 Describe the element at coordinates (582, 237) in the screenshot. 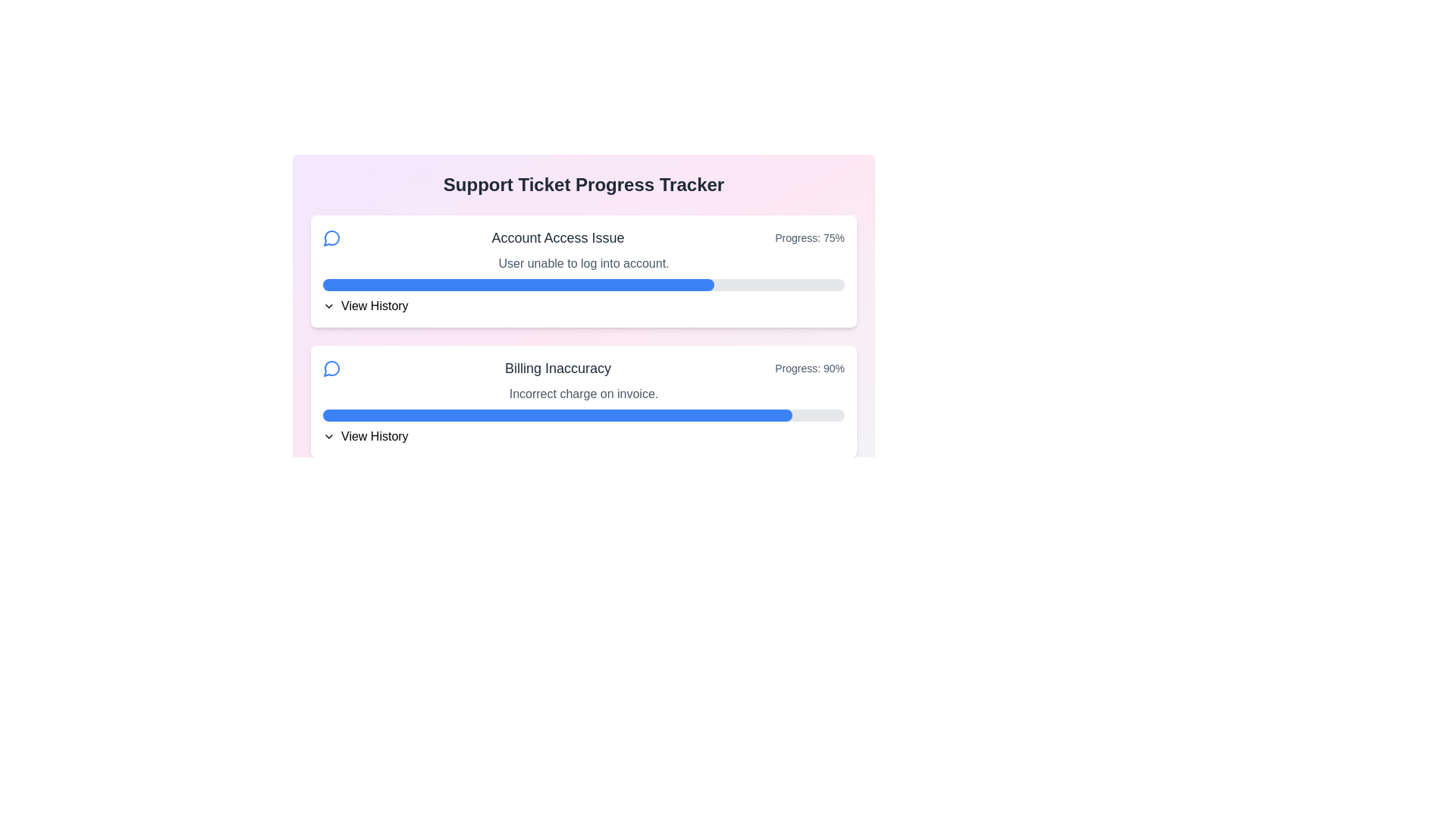

I see `the Text and icon section that summarizes the main issue related to the ticket and its current progress, positioned at the top of the ticket details section` at that location.